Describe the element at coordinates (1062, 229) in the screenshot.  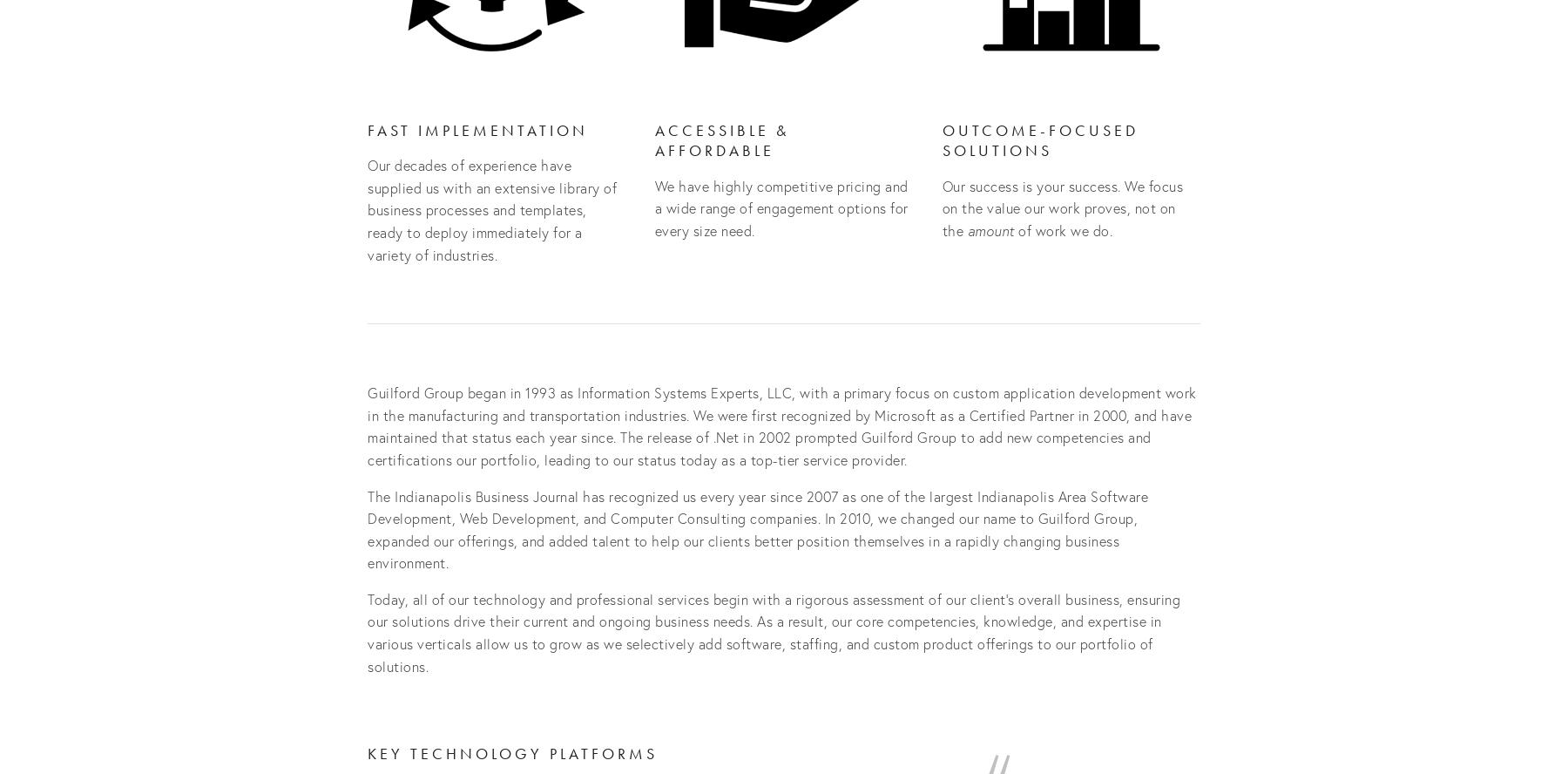
I see `'of work we do.'` at that location.